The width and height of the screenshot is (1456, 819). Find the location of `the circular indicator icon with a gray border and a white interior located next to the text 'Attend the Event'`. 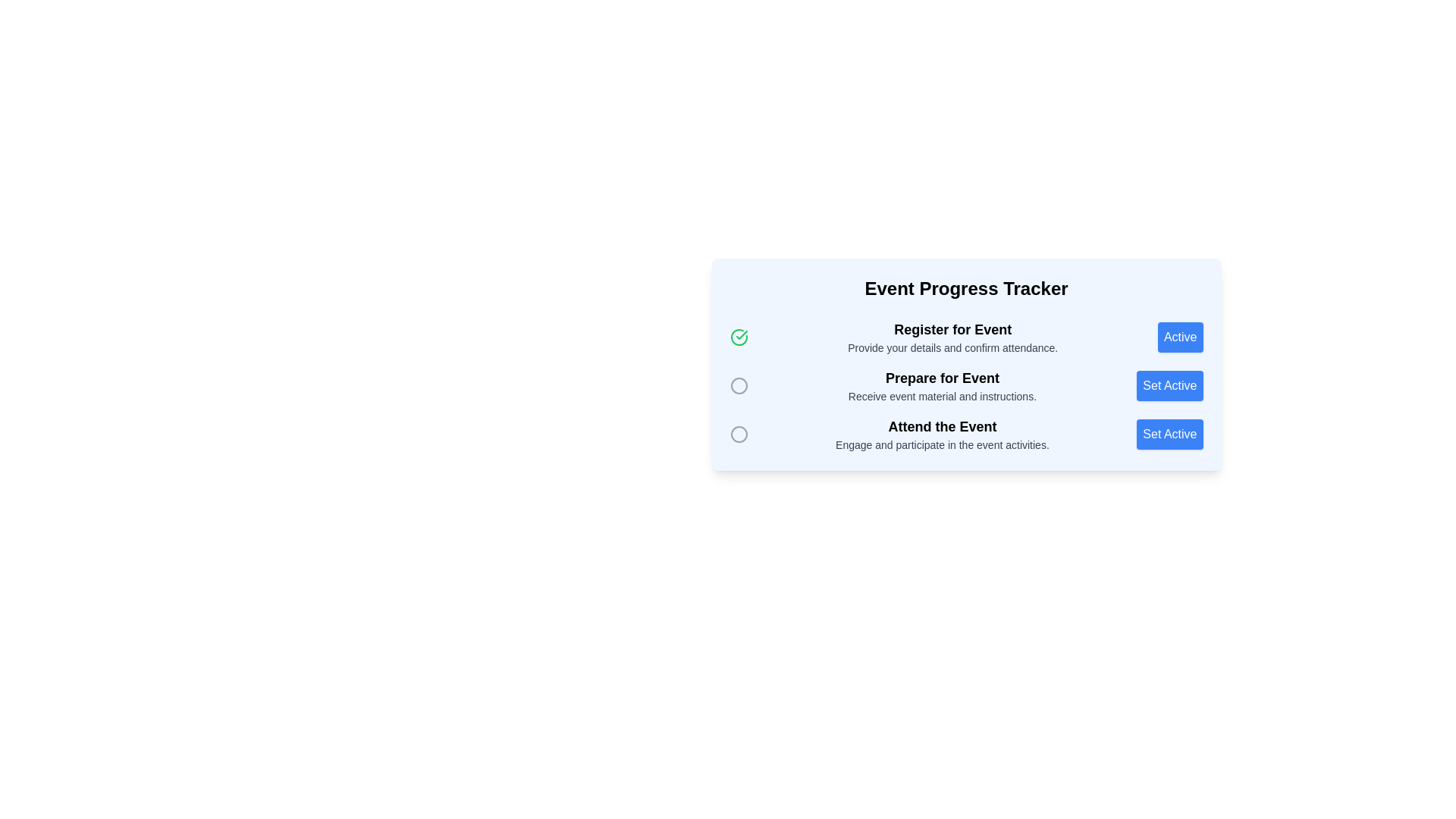

the circular indicator icon with a gray border and a white interior located next to the text 'Attend the Event' is located at coordinates (745, 435).